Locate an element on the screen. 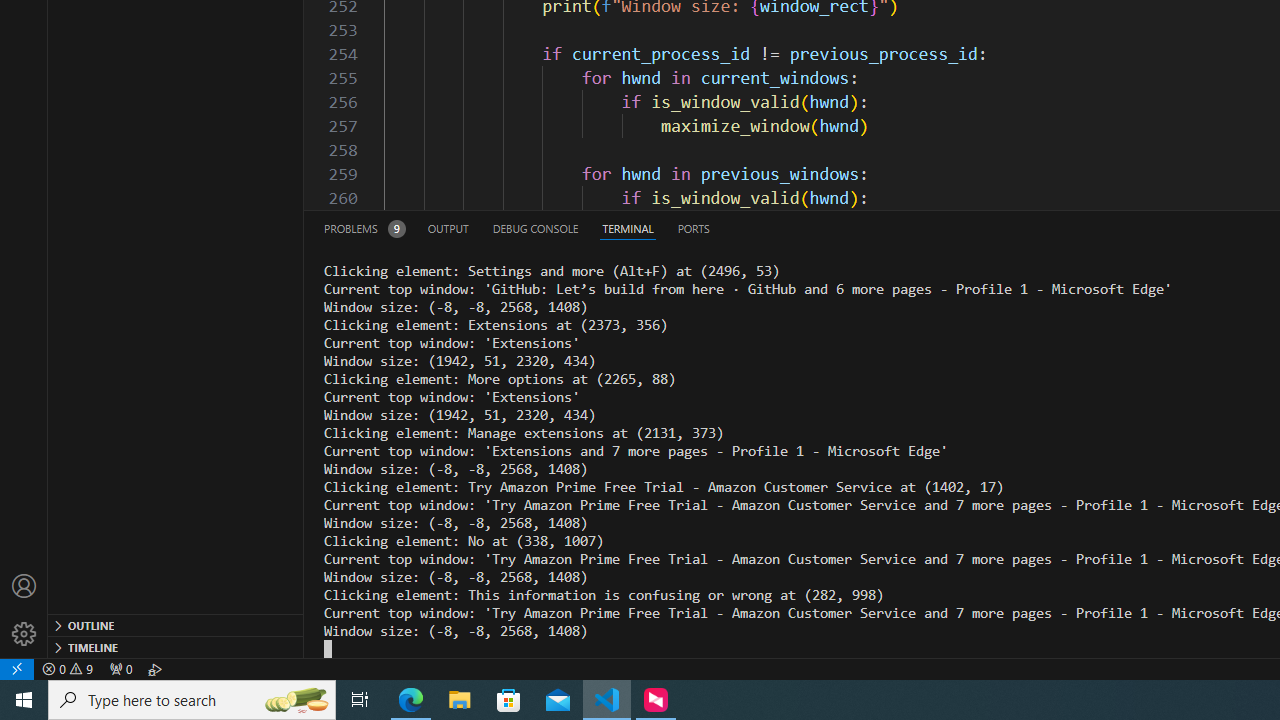 The height and width of the screenshot is (720, 1280). 'Warnings: 9' is located at coordinates (67, 668).